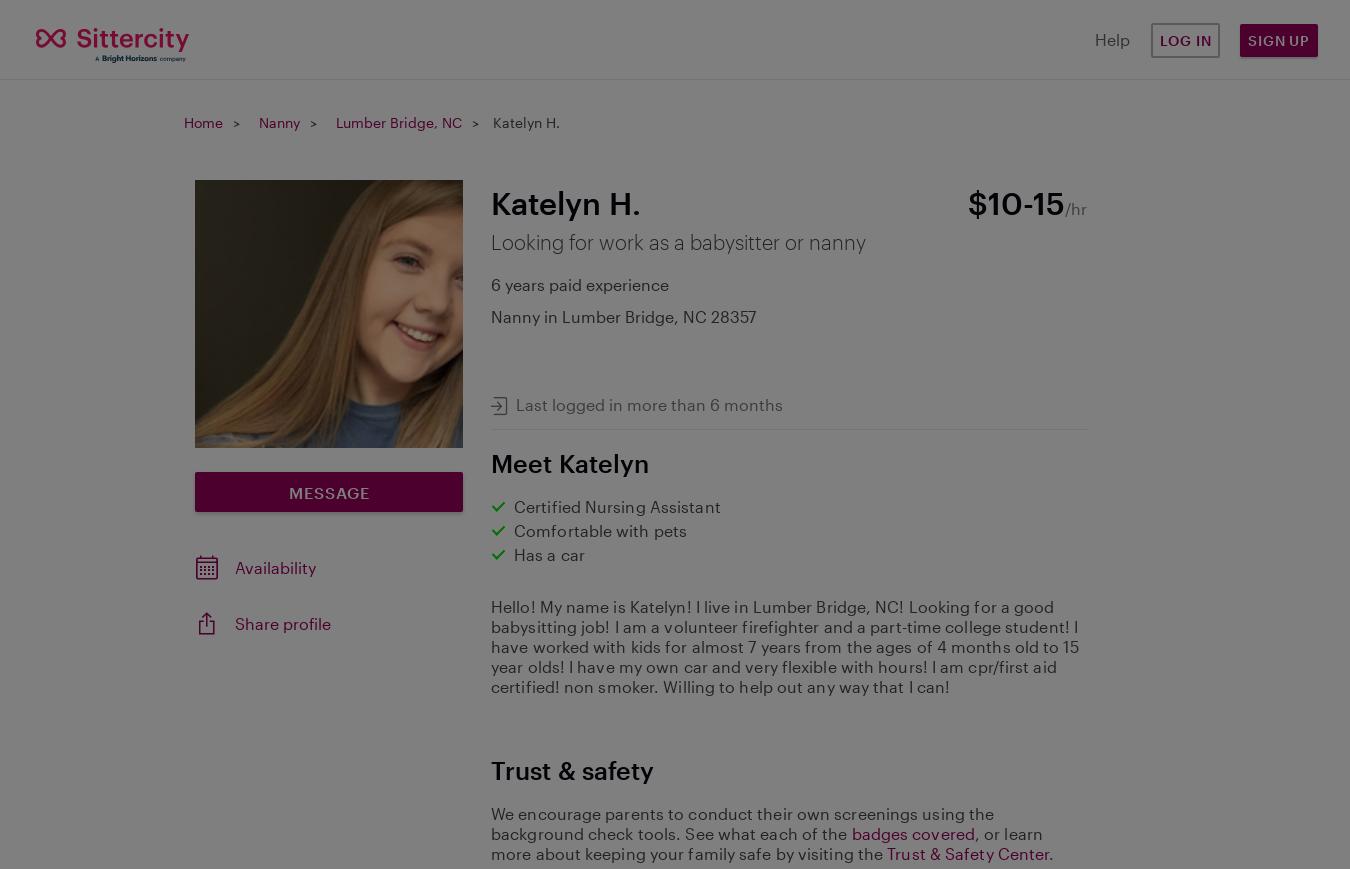  I want to click on 'Home', so click(184, 121).